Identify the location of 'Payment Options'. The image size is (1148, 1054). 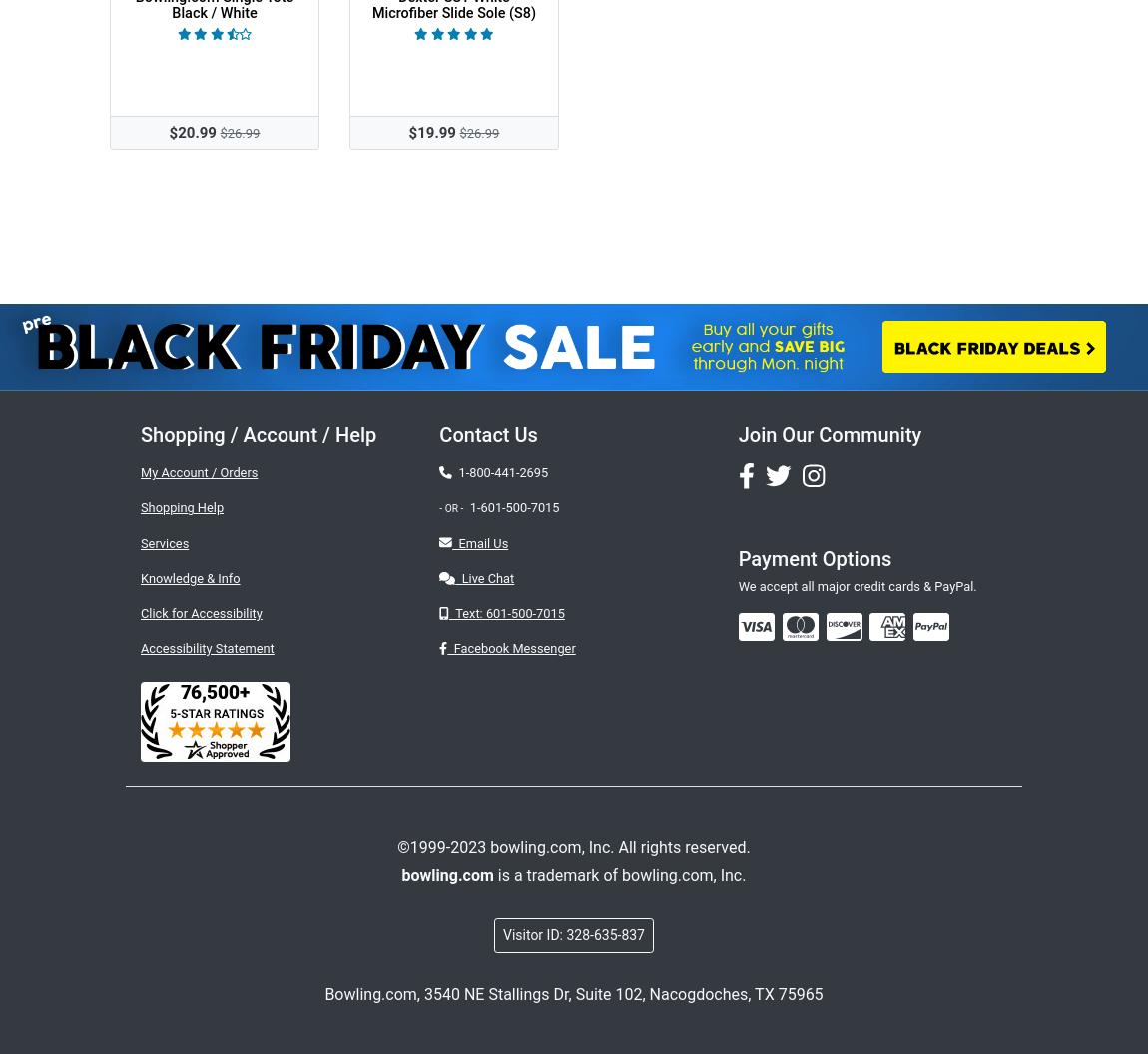
(736, 558).